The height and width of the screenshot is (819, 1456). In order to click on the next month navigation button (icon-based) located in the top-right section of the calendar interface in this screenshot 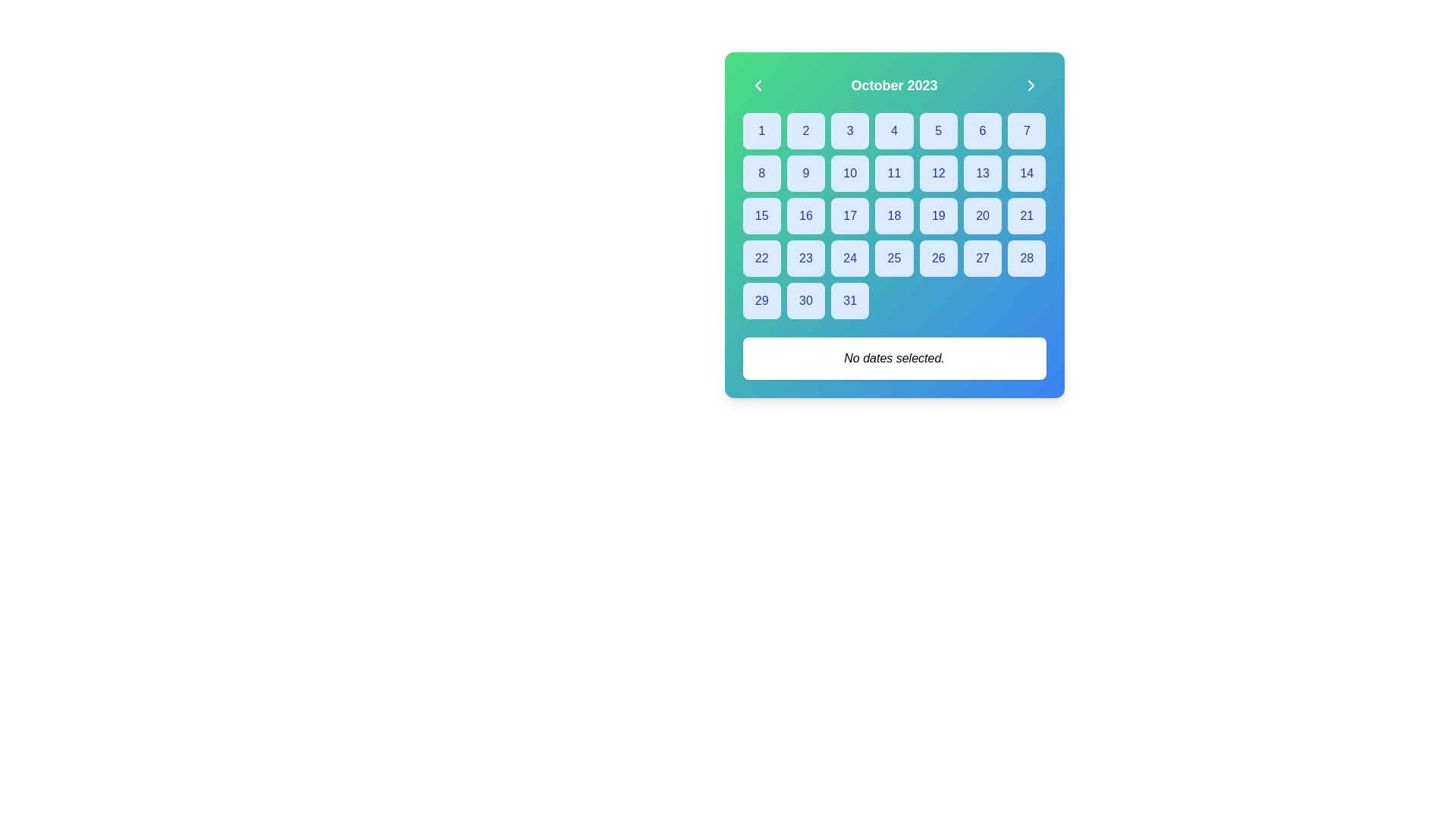, I will do `click(1031, 85)`.